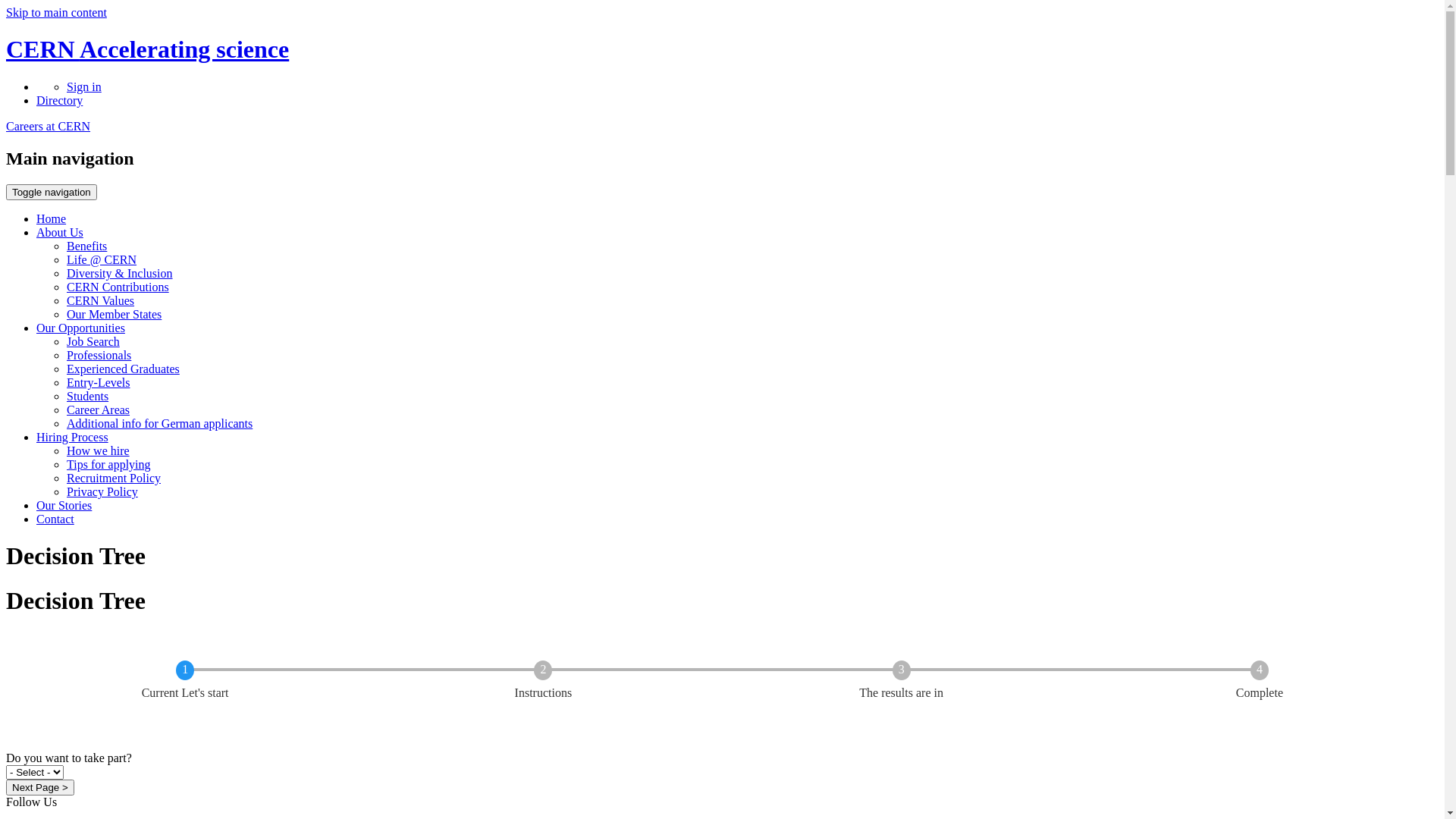 The width and height of the screenshot is (1456, 819). What do you see at coordinates (59, 232) in the screenshot?
I see `'About Us'` at bounding box center [59, 232].